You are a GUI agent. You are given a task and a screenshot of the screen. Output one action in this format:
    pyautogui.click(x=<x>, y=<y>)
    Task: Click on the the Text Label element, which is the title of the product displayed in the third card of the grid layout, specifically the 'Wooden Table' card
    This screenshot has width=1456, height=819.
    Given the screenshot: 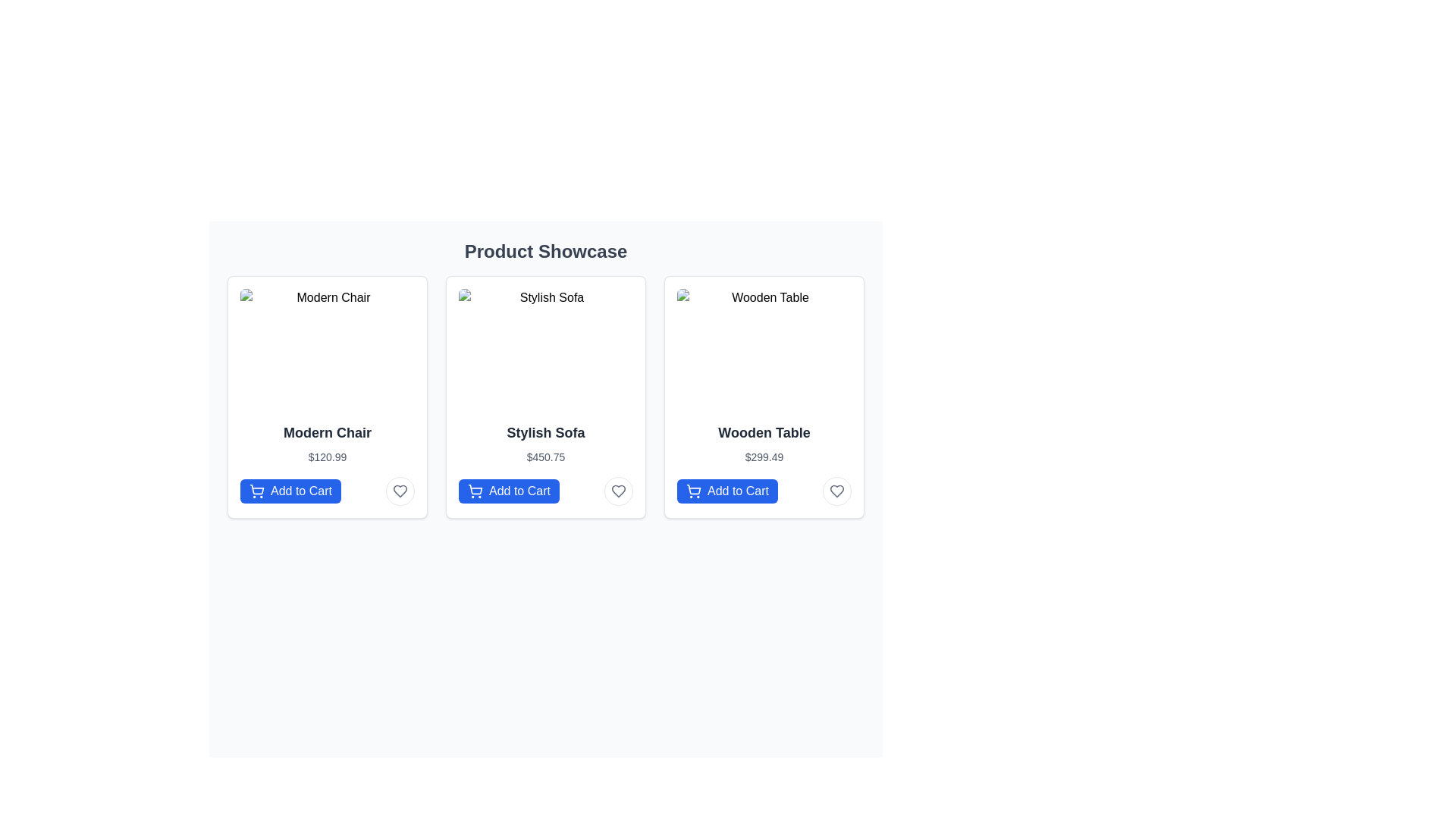 What is the action you would take?
    pyautogui.click(x=764, y=432)
    